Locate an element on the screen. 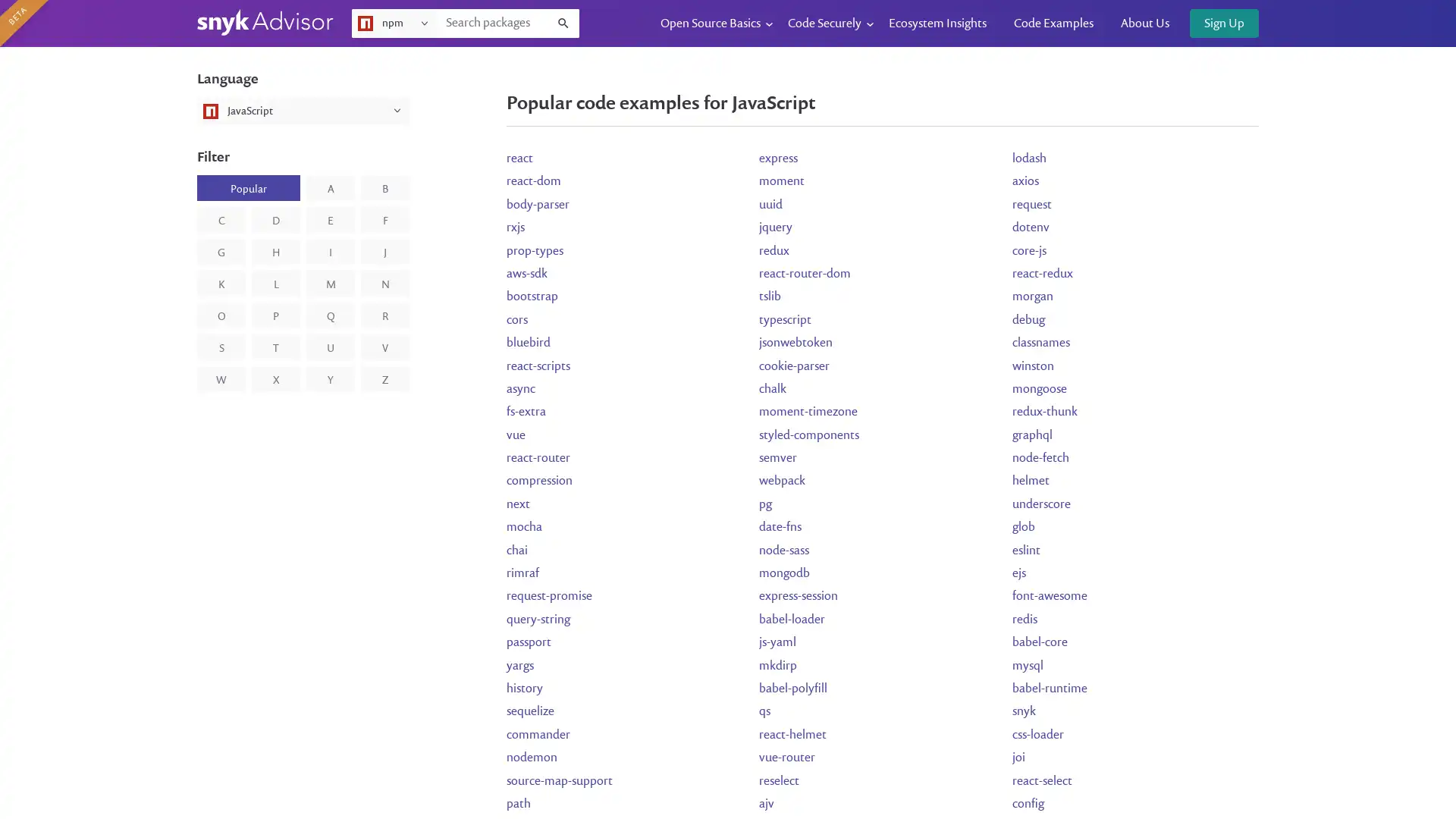 This screenshot has height=819, width=1456. Sign Up is located at coordinates (1224, 23).